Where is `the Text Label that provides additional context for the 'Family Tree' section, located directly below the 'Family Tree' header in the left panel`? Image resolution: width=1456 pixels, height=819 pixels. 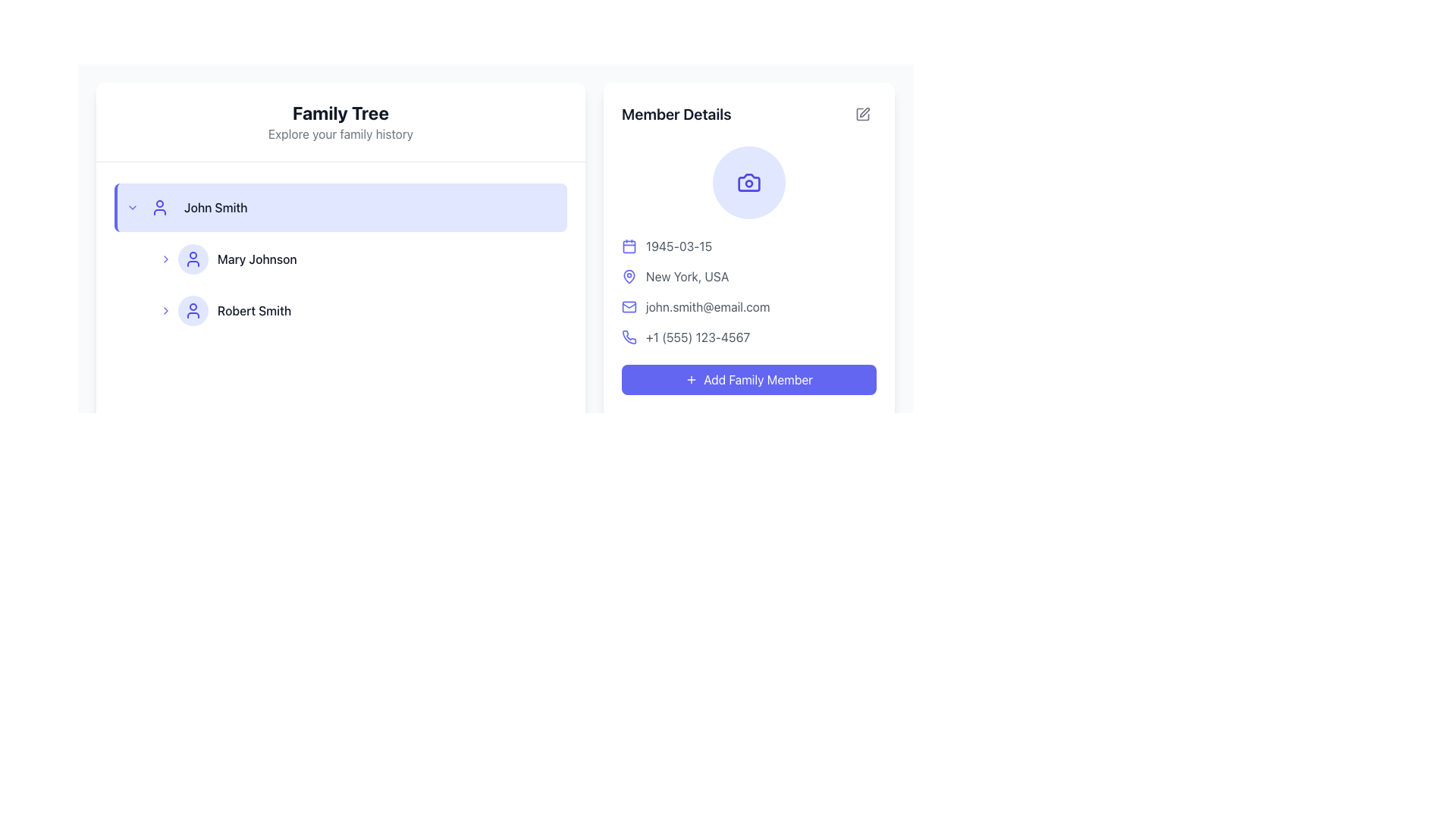
the Text Label that provides additional context for the 'Family Tree' section, located directly below the 'Family Tree' header in the left panel is located at coordinates (340, 133).